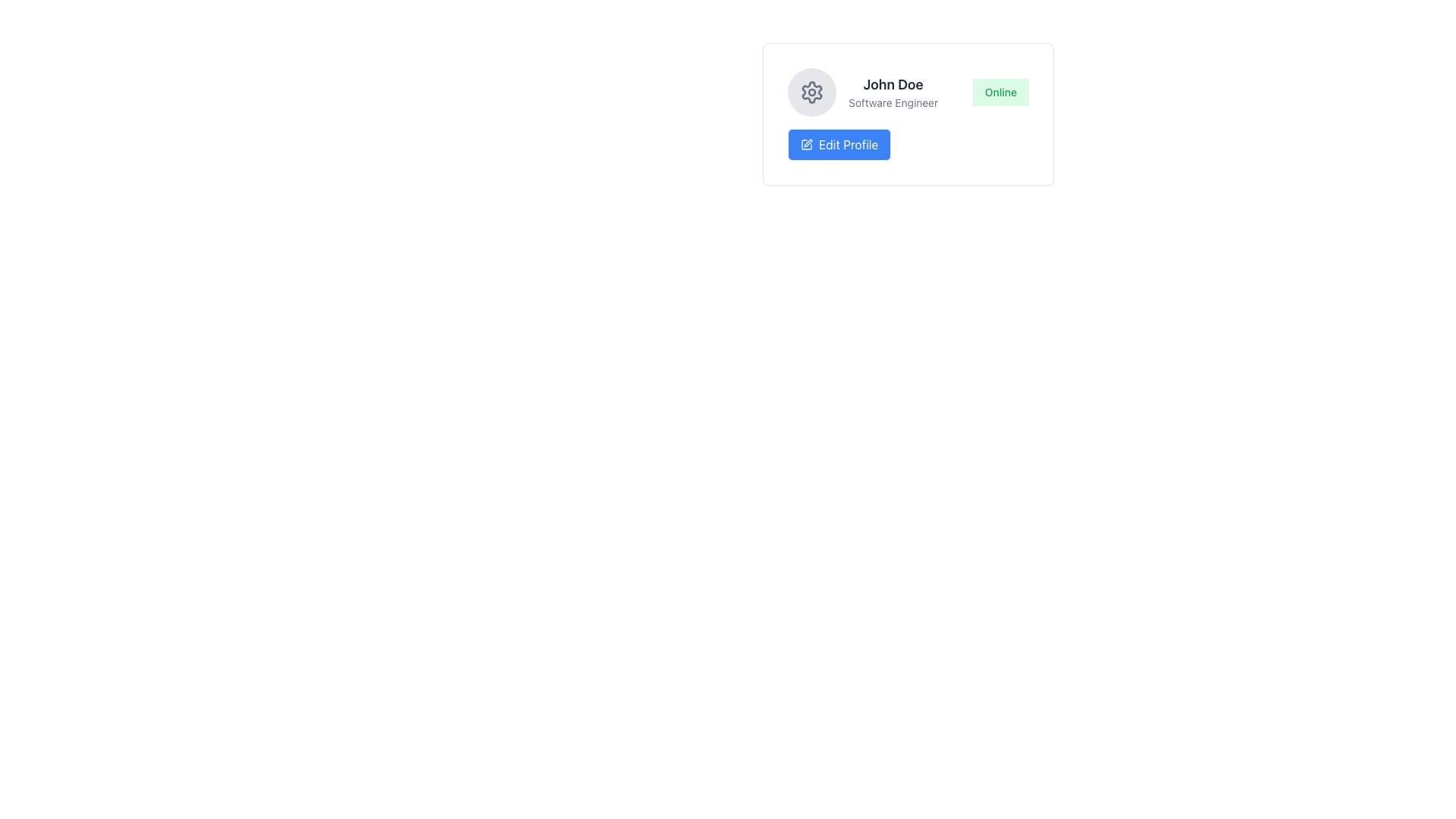 The height and width of the screenshot is (819, 1456). Describe the element at coordinates (811, 93) in the screenshot. I see `the user profile icon or button located at the top-left corner of the profile display section` at that location.